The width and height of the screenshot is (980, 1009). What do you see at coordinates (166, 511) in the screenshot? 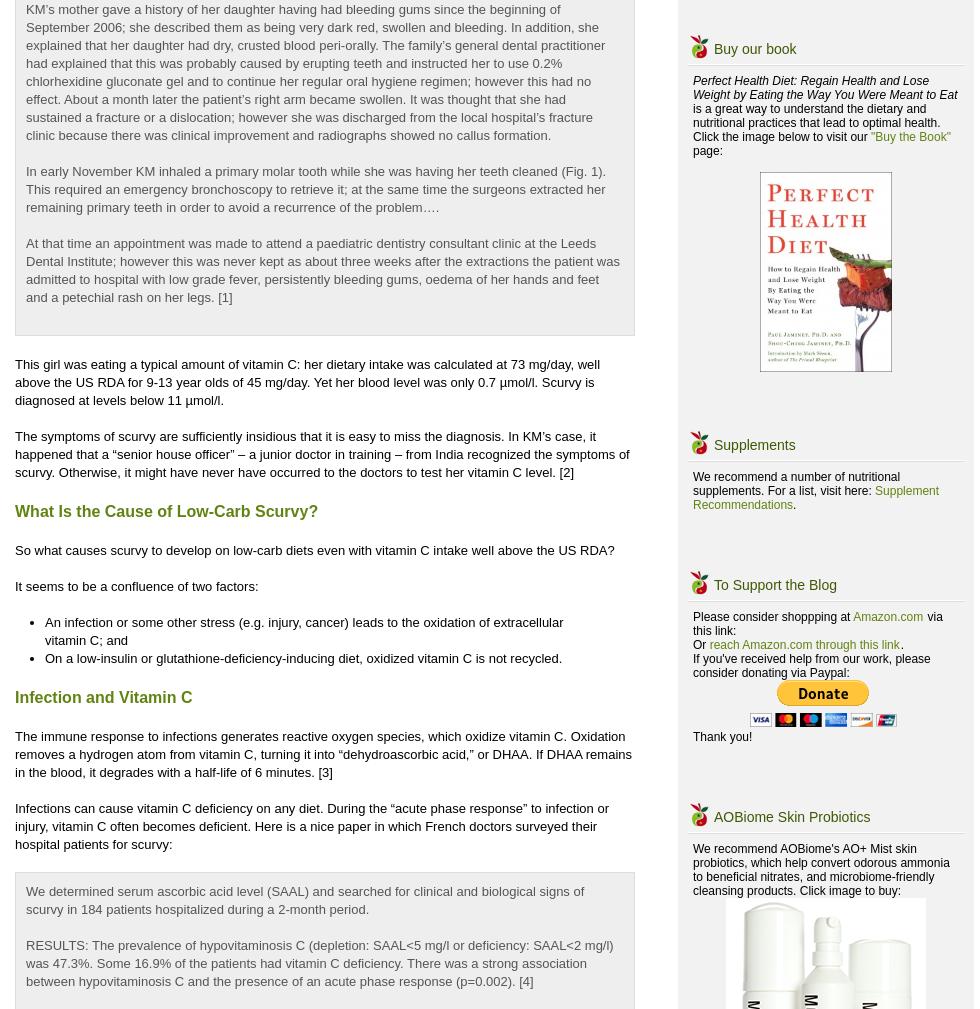
I see `'What Is the Cause of Low-Carb Scurvy?'` at bounding box center [166, 511].